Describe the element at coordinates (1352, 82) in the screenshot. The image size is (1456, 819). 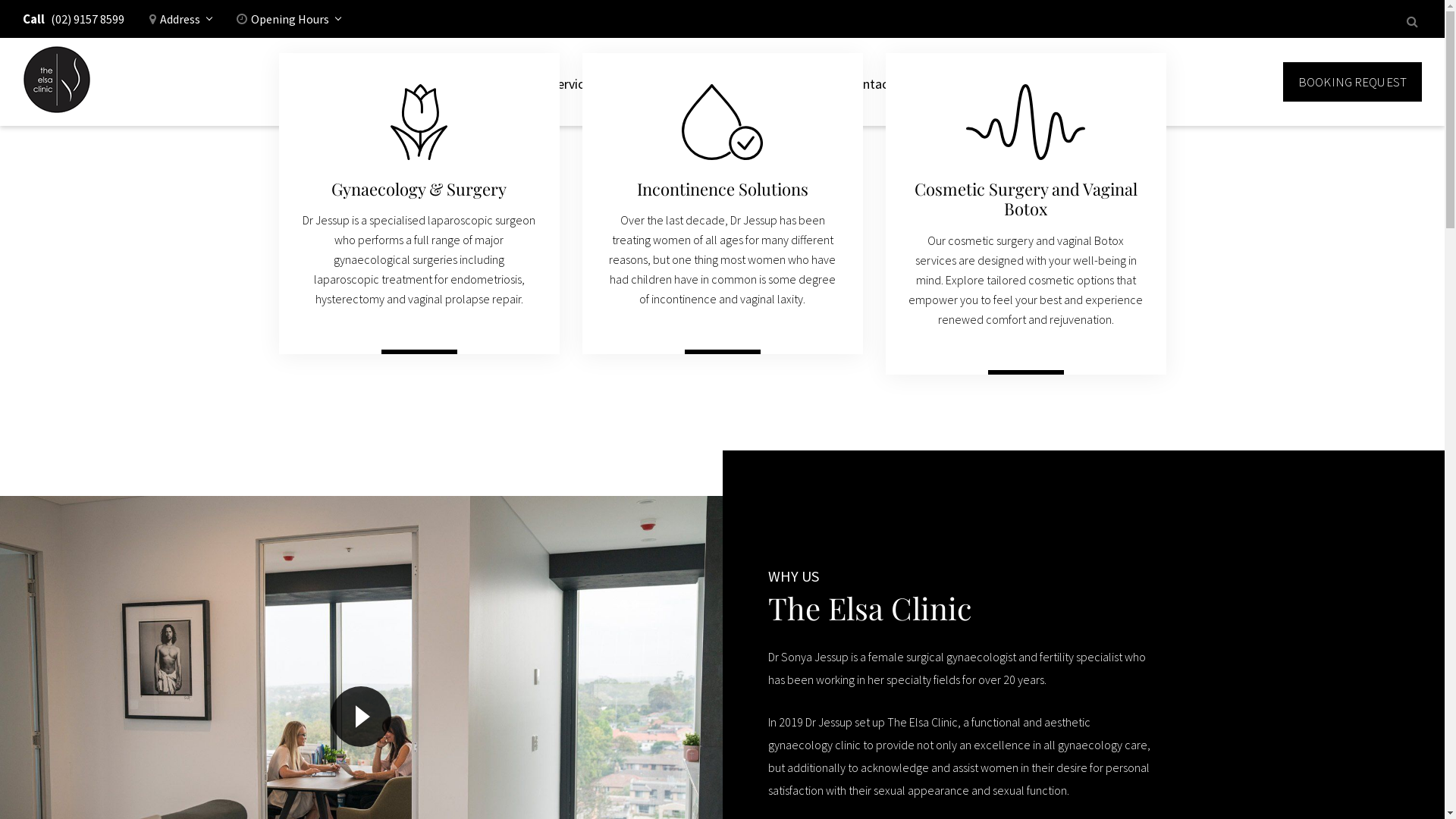
I see `'BOOKING REQUEST'` at that location.